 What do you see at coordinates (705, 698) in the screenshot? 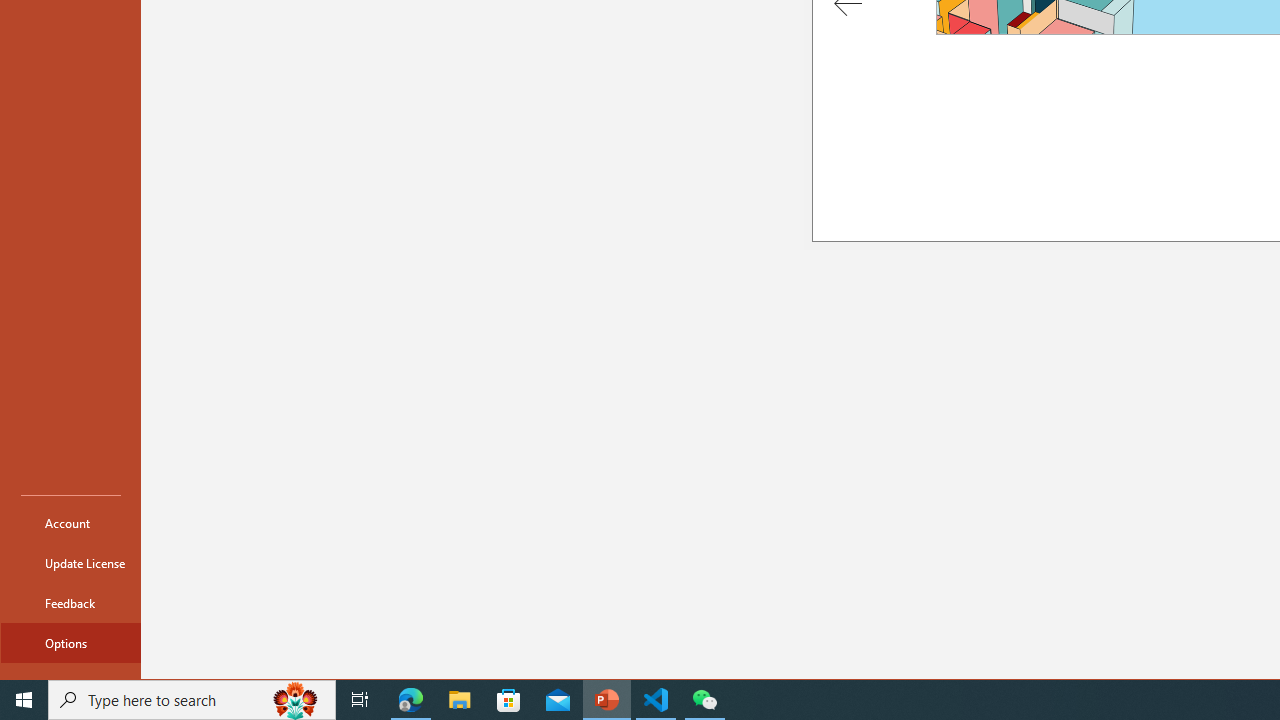
I see `'WeChat - 1 running window'` at bounding box center [705, 698].